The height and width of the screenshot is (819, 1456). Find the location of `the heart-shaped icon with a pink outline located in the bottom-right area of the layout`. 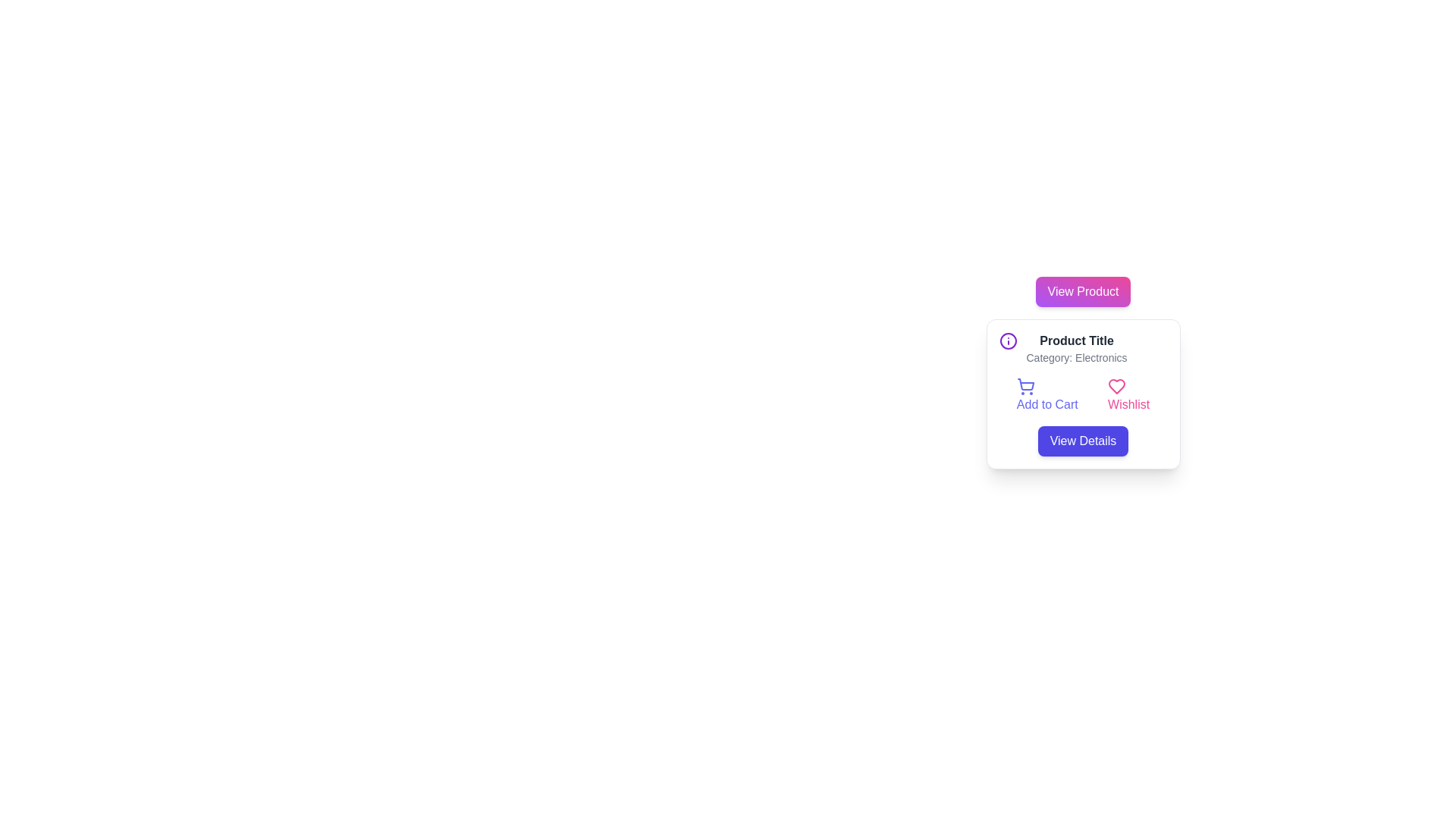

the heart-shaped icon with a pink outline located in the bottom-right area of the layout is located at coordinates (1117, 385).